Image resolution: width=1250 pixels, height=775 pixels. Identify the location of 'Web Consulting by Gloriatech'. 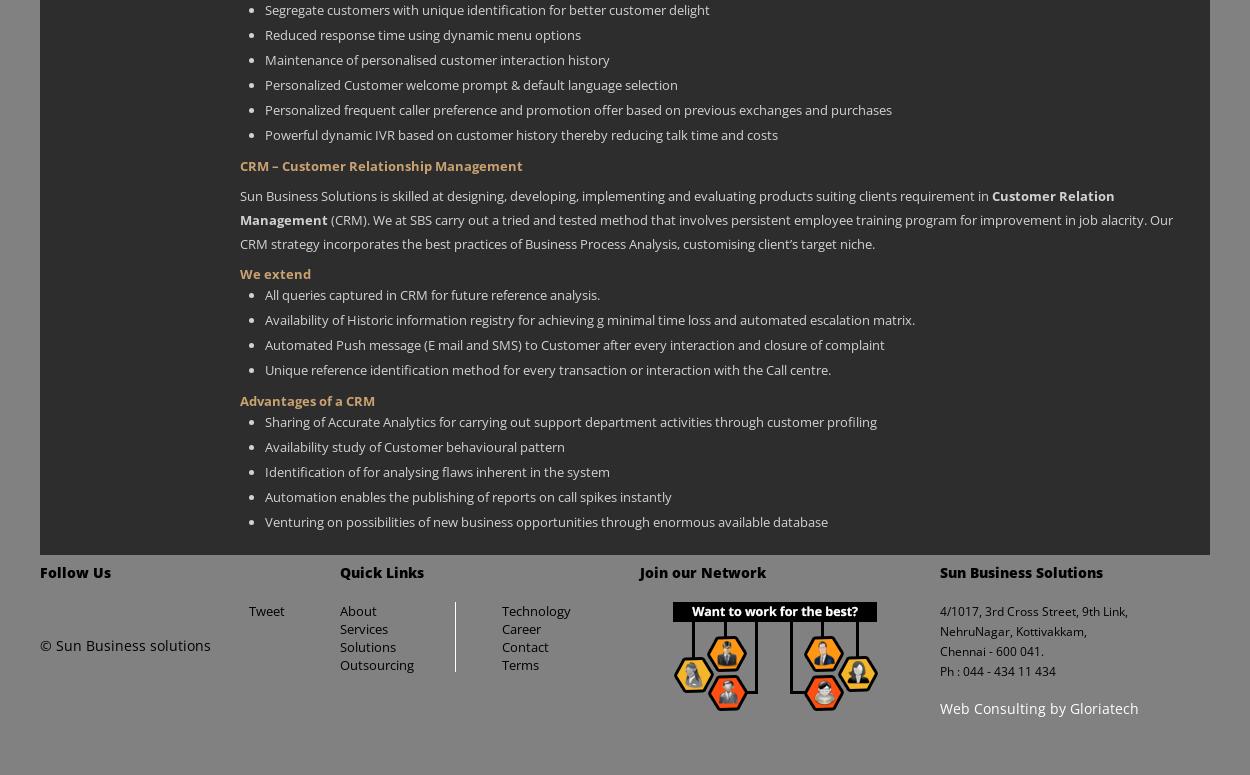
(1039, 707).